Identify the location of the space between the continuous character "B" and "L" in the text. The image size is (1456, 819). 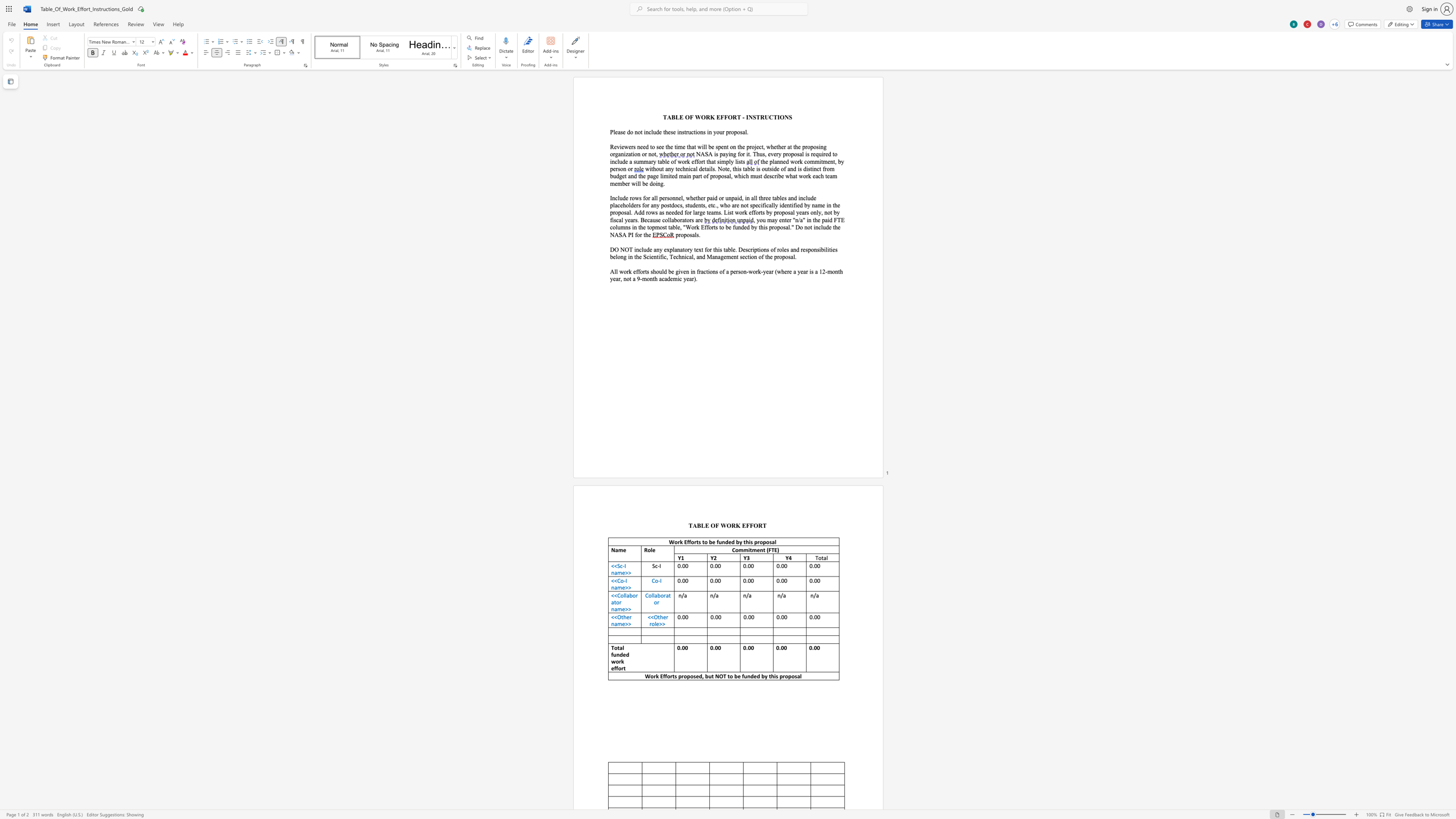
(675, 117).